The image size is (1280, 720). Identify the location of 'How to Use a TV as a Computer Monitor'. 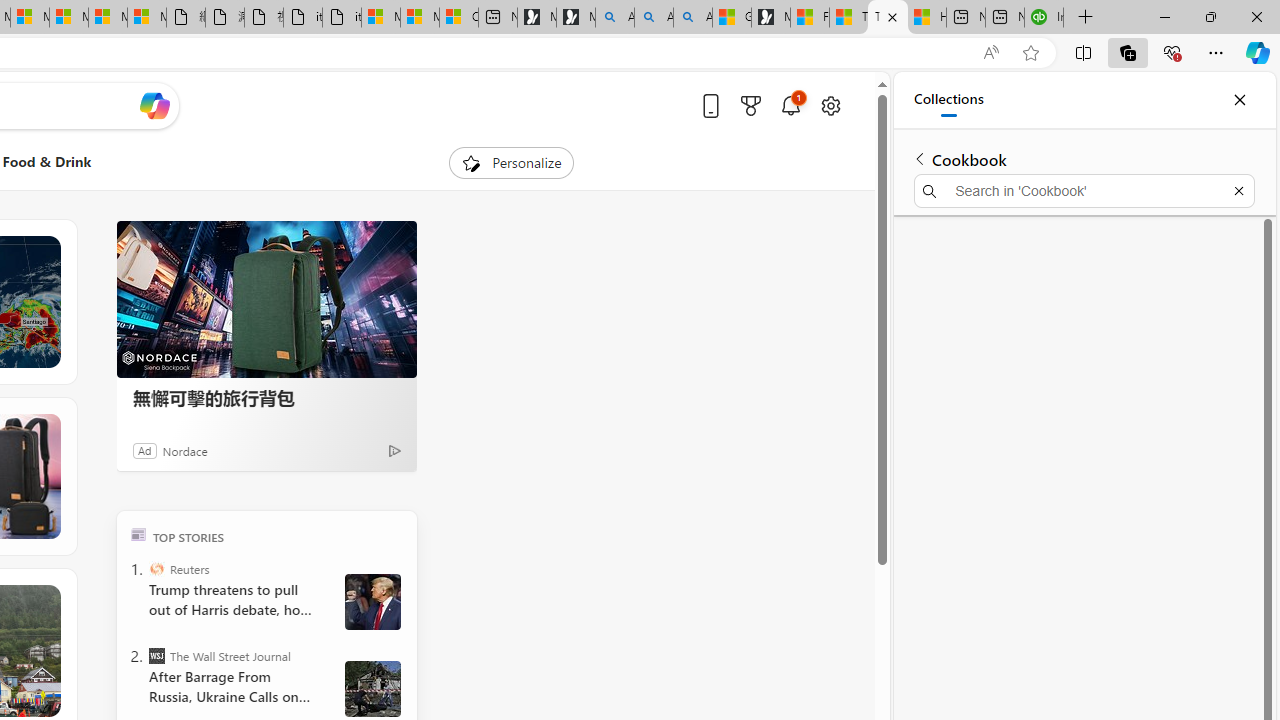
(925, 17).